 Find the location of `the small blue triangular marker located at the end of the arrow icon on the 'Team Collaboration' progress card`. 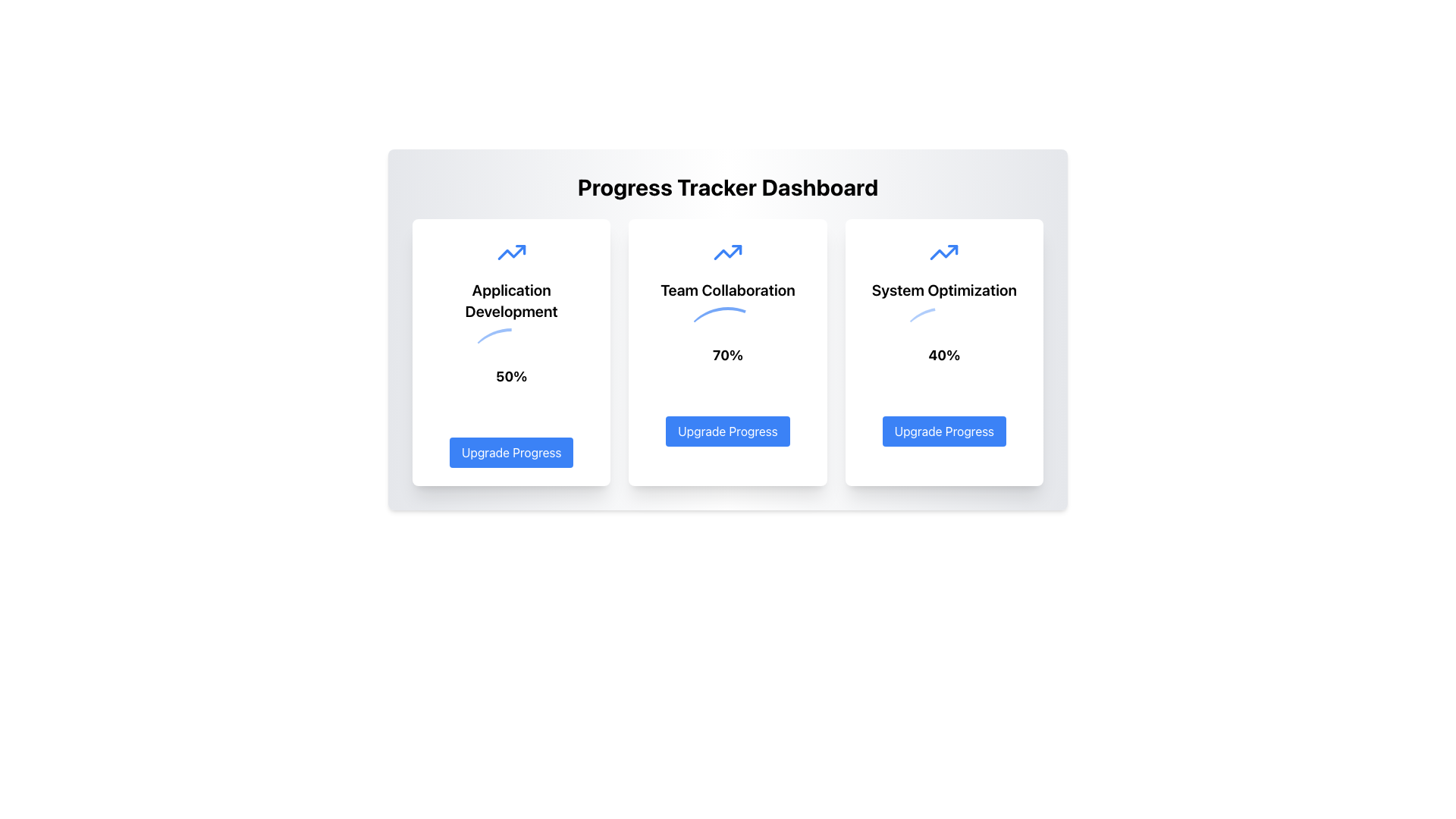

the small blue triangular marker located at the end of the arrow icon on the 'Team Collaboration' progress card is located at coordinates (736, 249).